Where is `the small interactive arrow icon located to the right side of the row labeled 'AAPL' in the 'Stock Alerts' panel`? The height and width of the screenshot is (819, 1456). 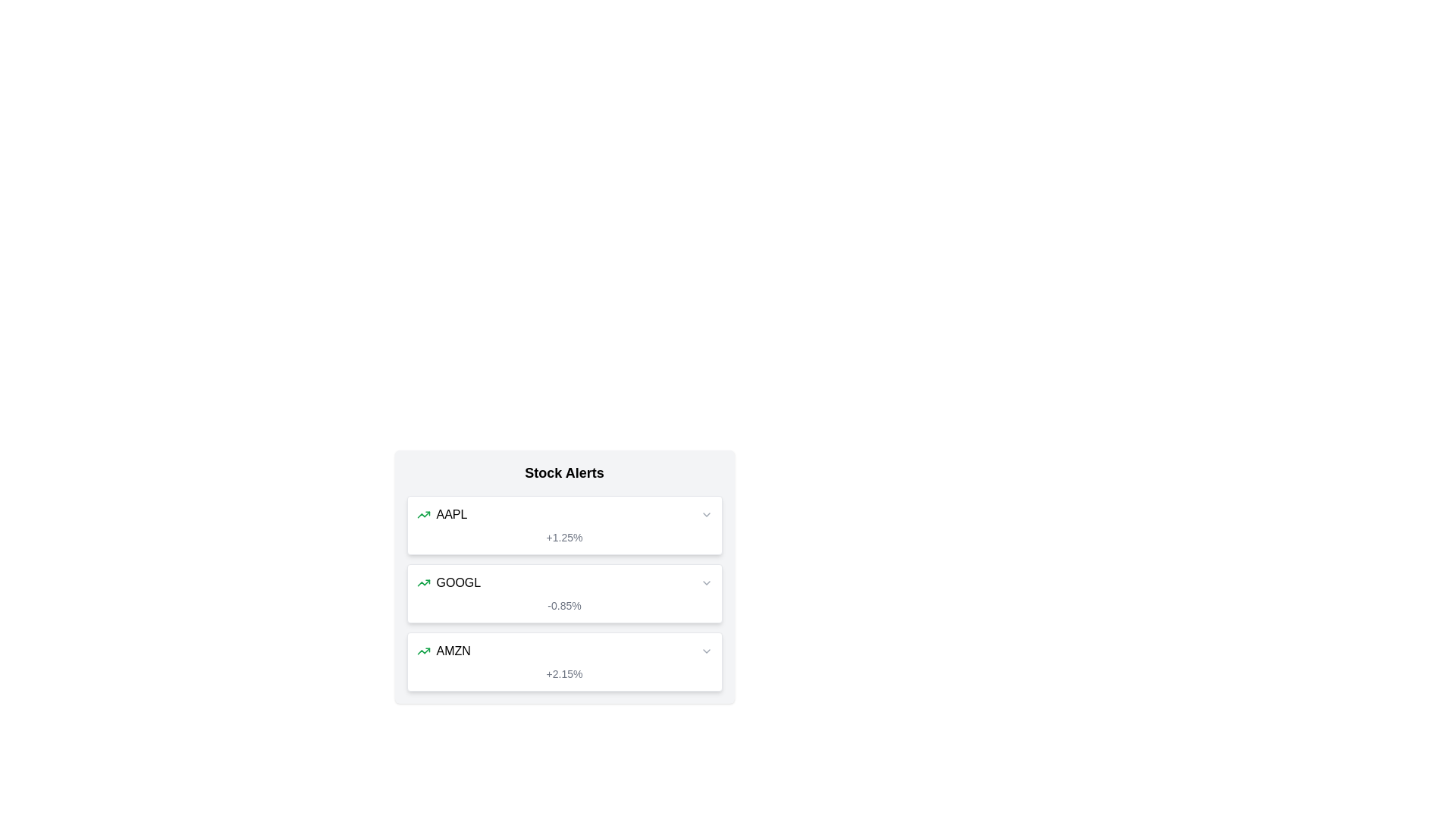
the small interactive arrow icon located to the right side of the row labeled 'AAPL' in the 'Stock Alerts' panel is located at coordinates (705, 513).